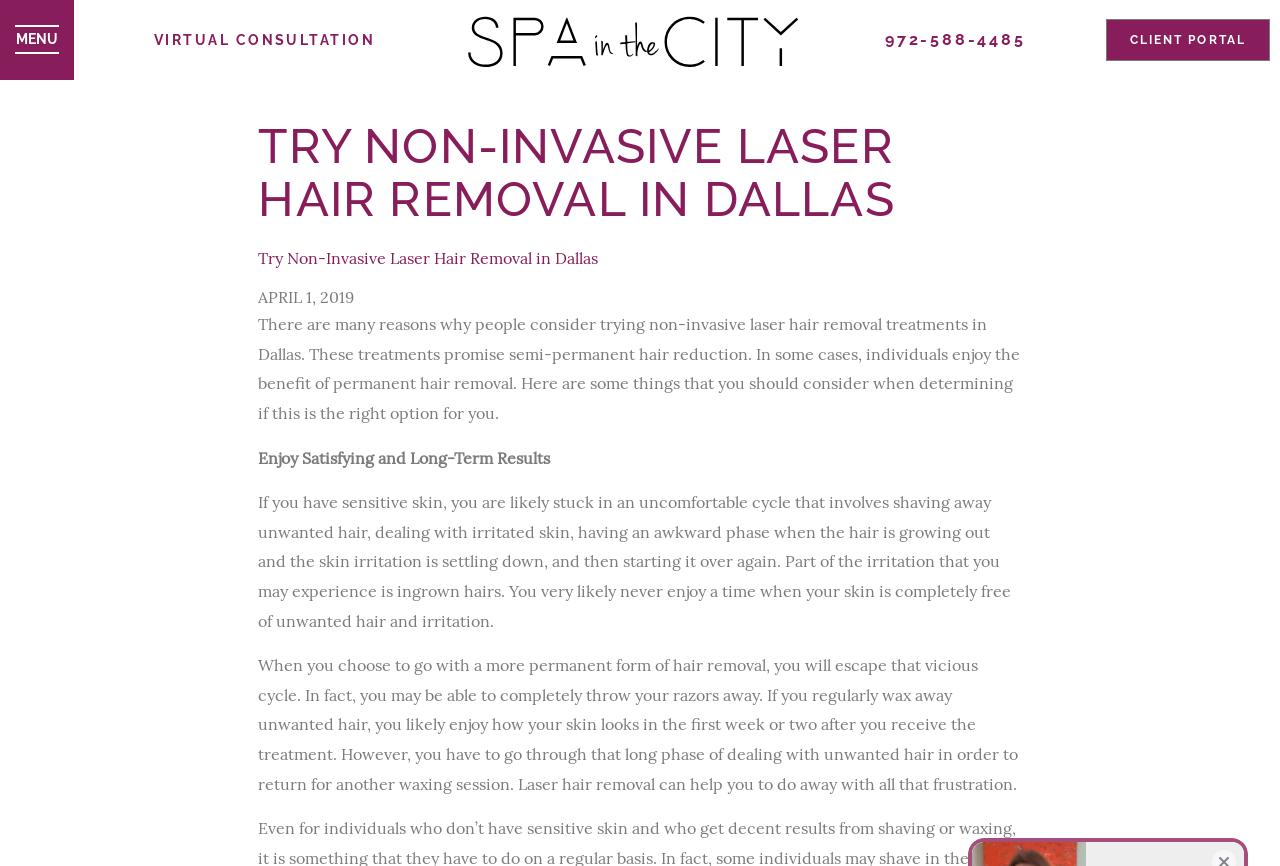 The width and height of the screenshot is (1280, 866). Describe the element at coordinates (263, 38) in the screenshot. I see `'Virtual Consultation'` at that location.